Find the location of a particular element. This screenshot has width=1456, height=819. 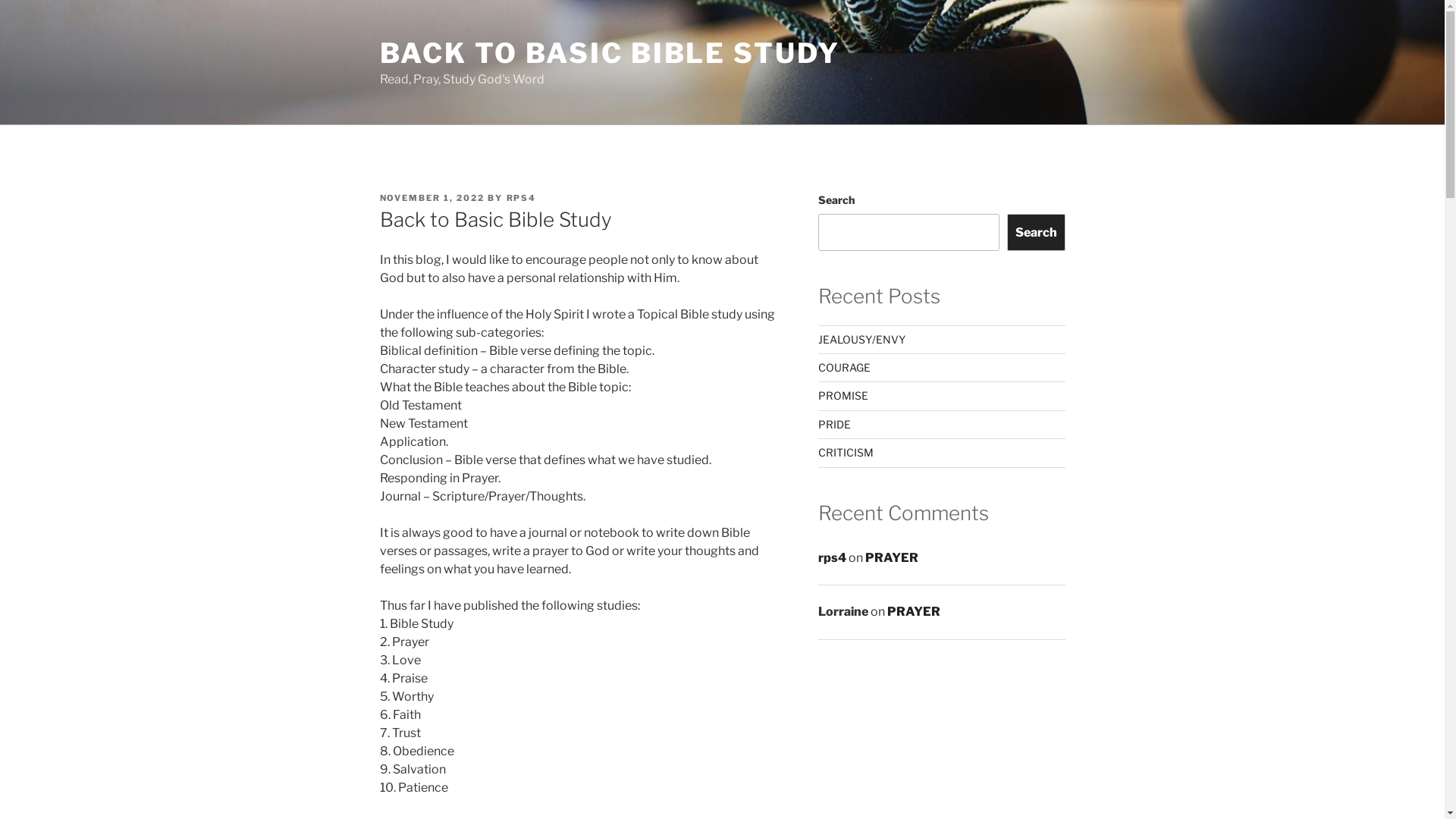

'Search' is located at coordinates (1035, 231).